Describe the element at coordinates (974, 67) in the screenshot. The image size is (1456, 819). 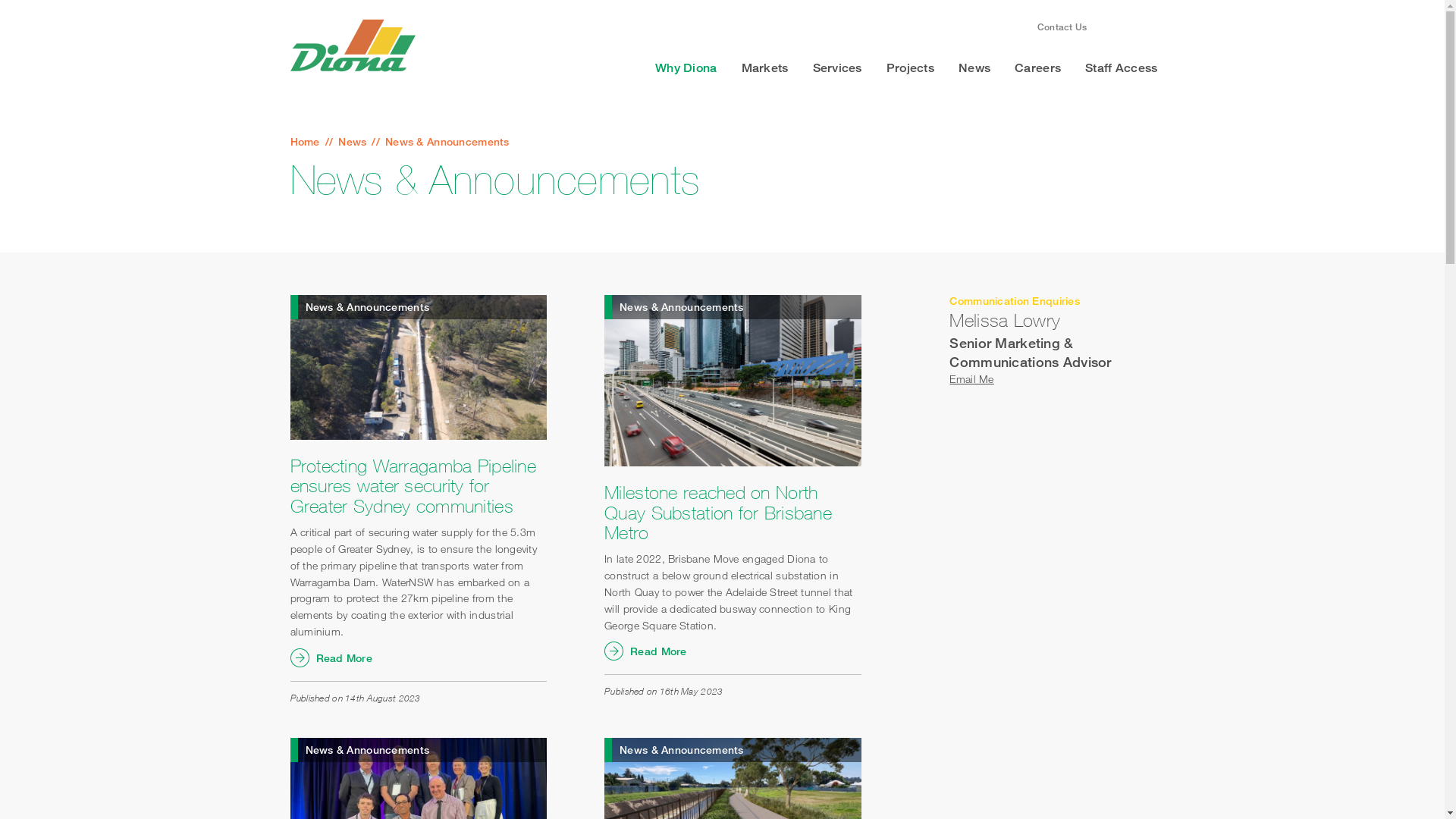
I see `'News'` at that location.